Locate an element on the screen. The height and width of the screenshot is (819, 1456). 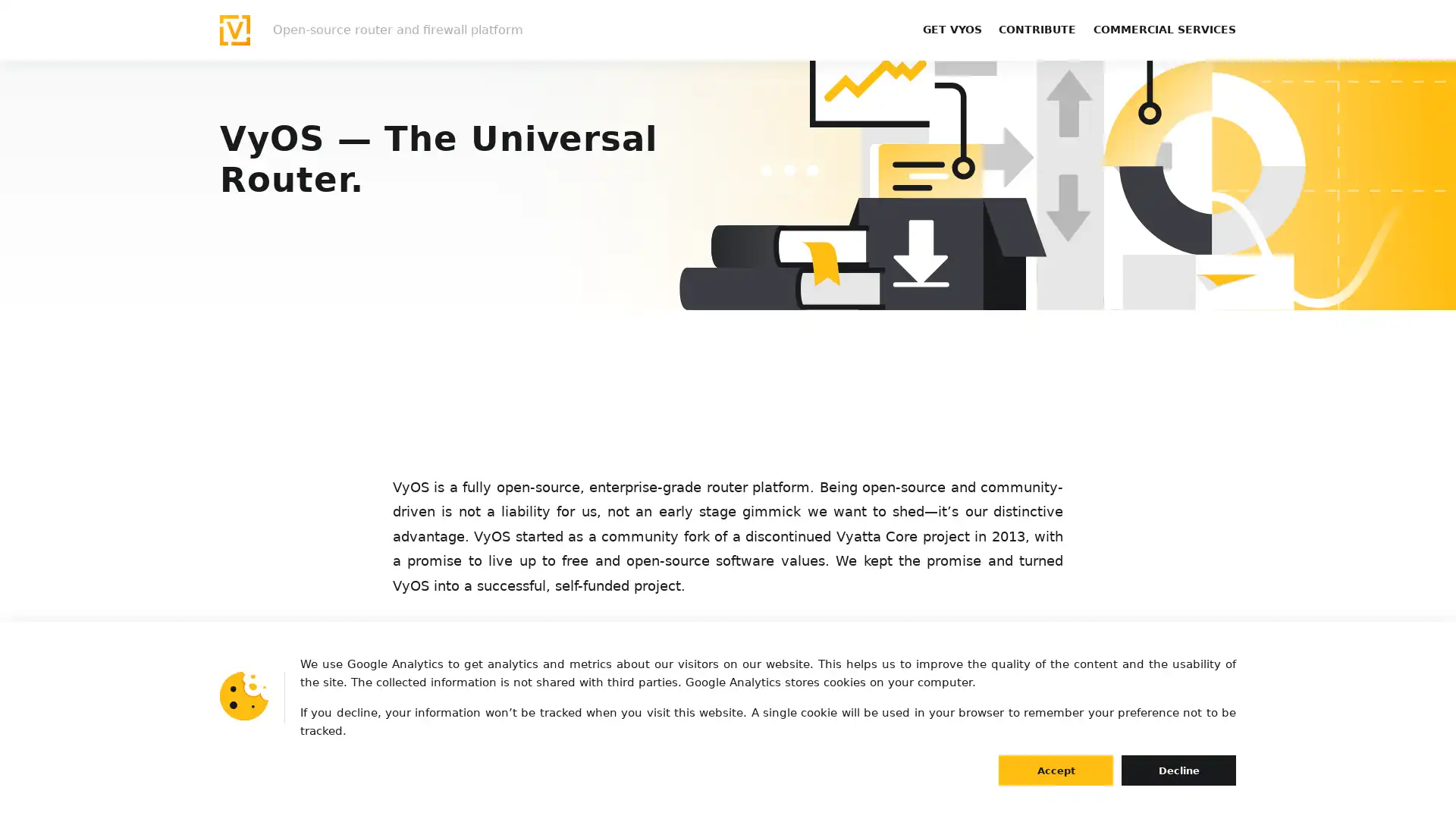
Decline is located at coordinates (1178, 770).